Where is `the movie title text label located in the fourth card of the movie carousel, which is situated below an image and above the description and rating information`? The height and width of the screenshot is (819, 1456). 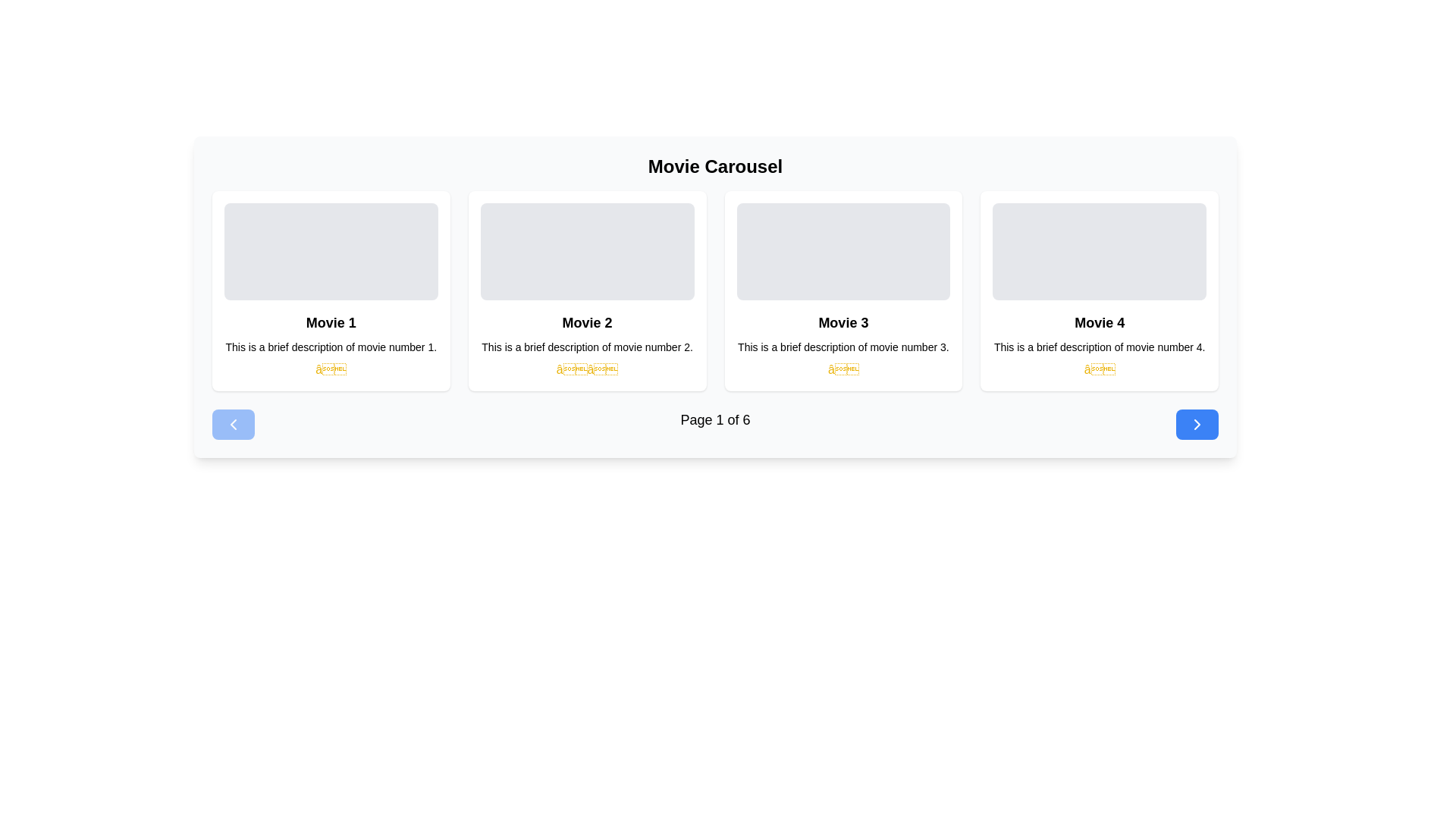 the movie title text label located in the fourth card of the movie carousel, which is situated below an image and above the description and rating information is located at coordinates (1100, 322).